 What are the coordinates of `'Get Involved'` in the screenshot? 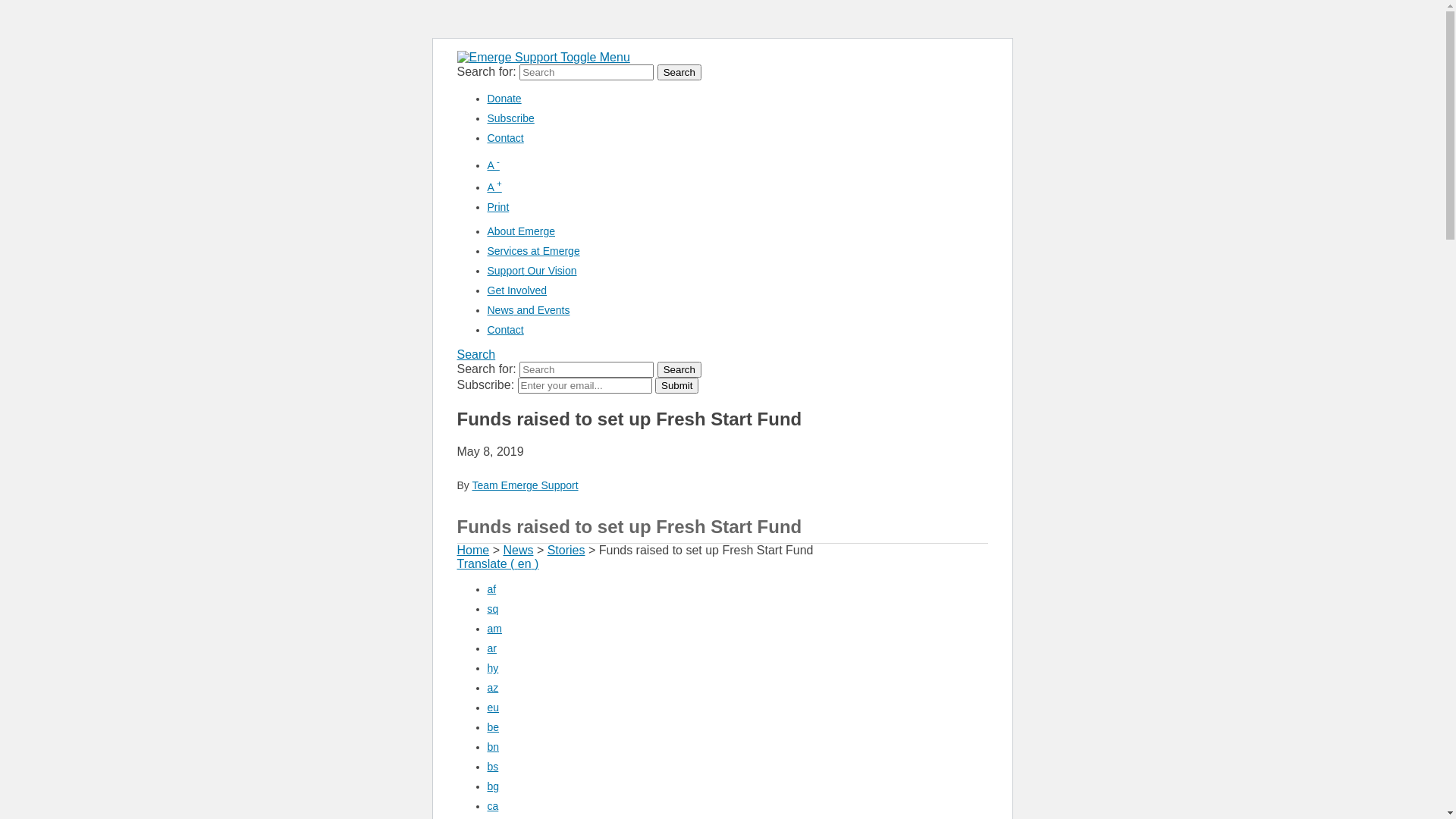 It's located at (487, 290).